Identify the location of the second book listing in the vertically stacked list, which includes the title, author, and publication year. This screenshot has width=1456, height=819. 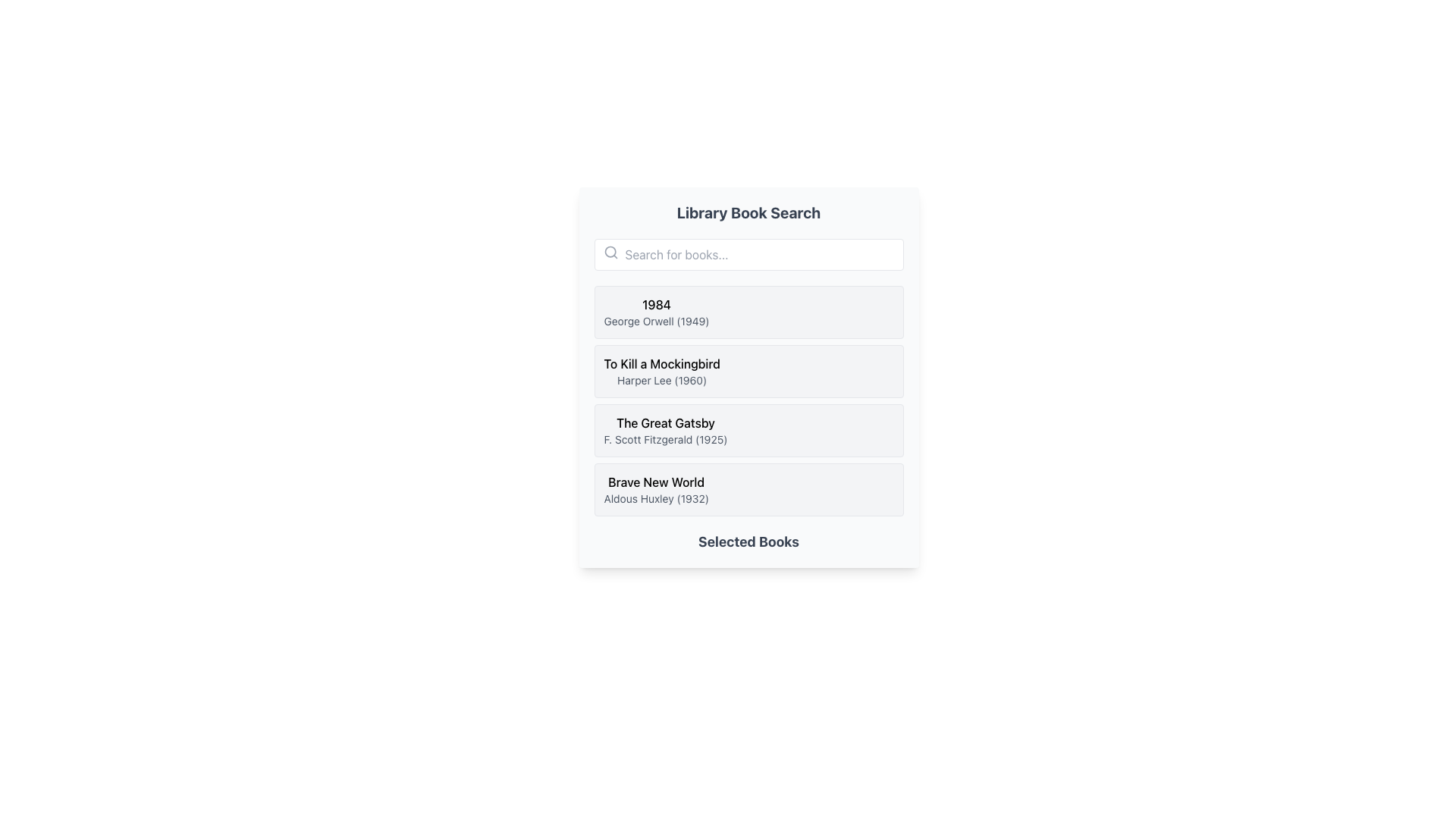
(662, 371).